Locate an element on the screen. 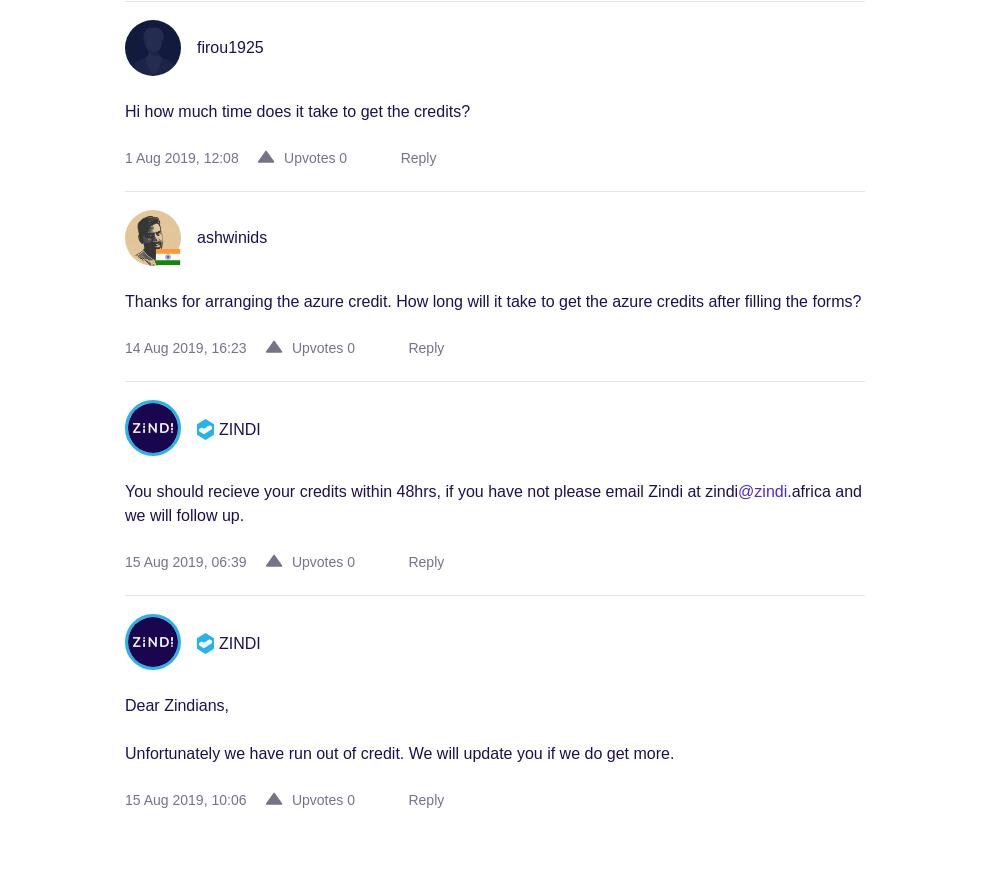 The height and width of the screenshot is (875, 990). '15 Aug 2019, 06:39' is located at coordinates (124, 561).